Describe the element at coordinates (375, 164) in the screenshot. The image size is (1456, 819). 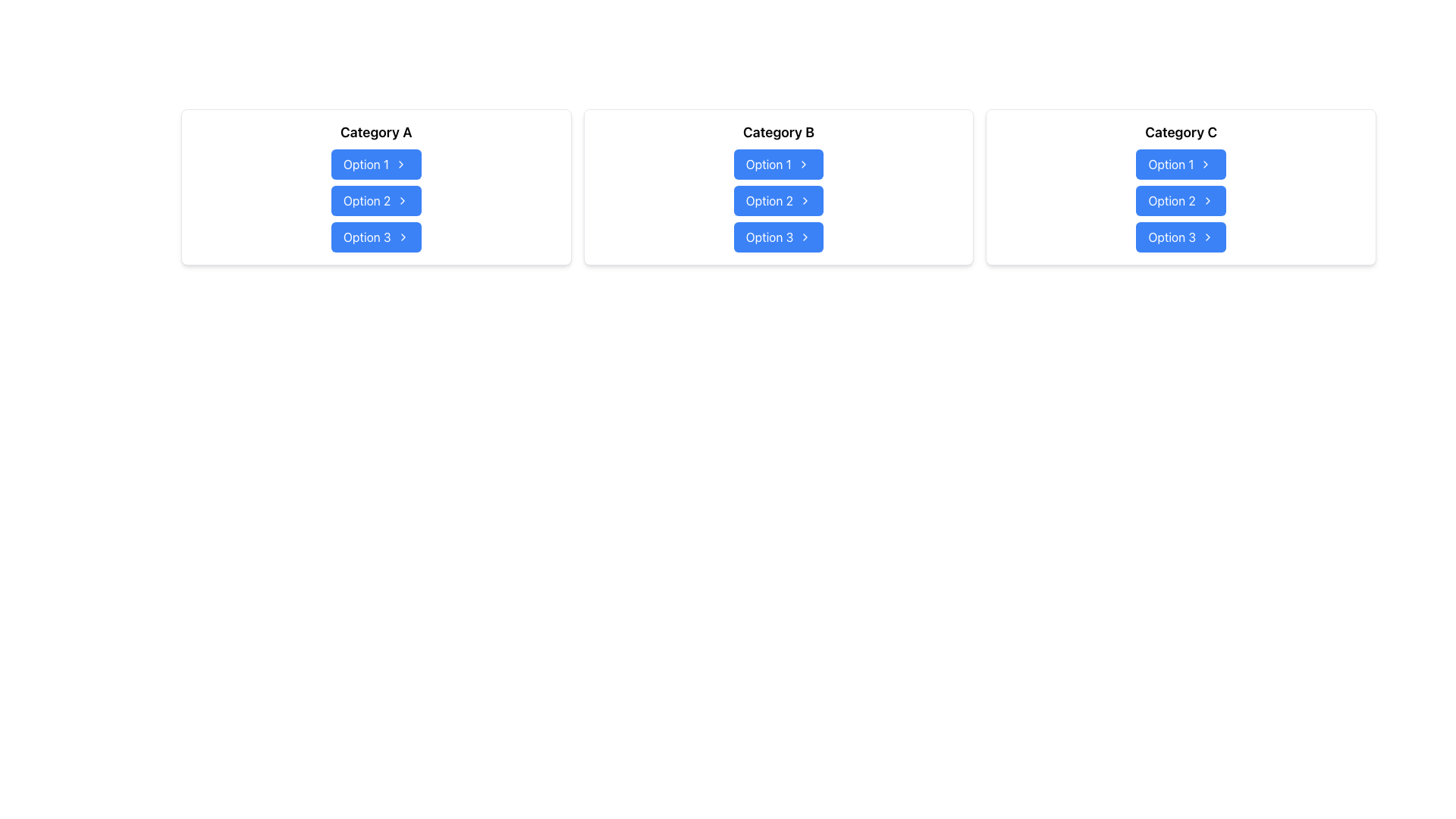
I see `the first button under 'Category A' which serves as a navigation link for the first option` at that location.